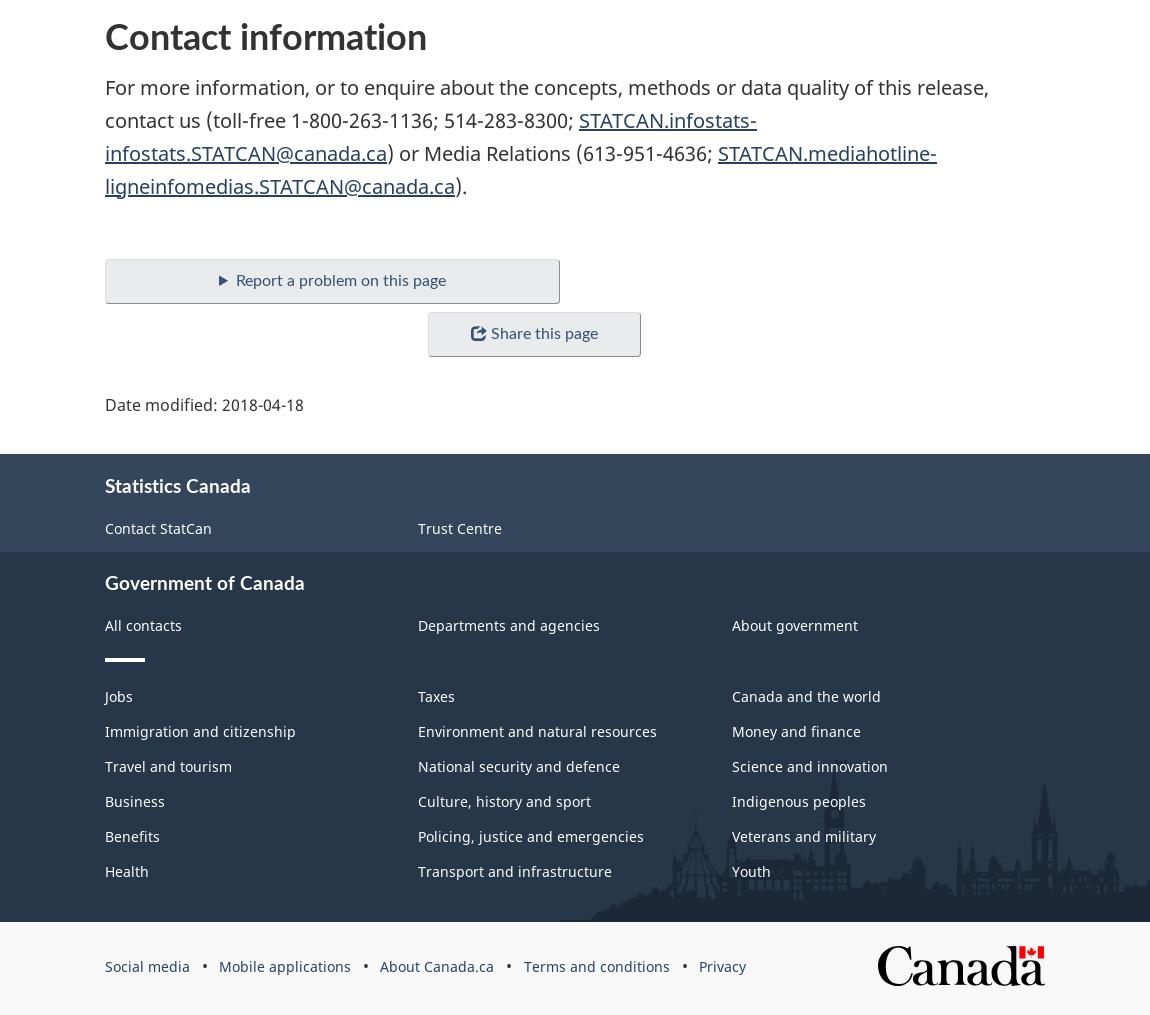 The width and height of the screenshot is (1150, 1015). What do you see at coordinates (749, 870) in the screenshot?
I see `'Youth'` at bounding box center [749, 870].